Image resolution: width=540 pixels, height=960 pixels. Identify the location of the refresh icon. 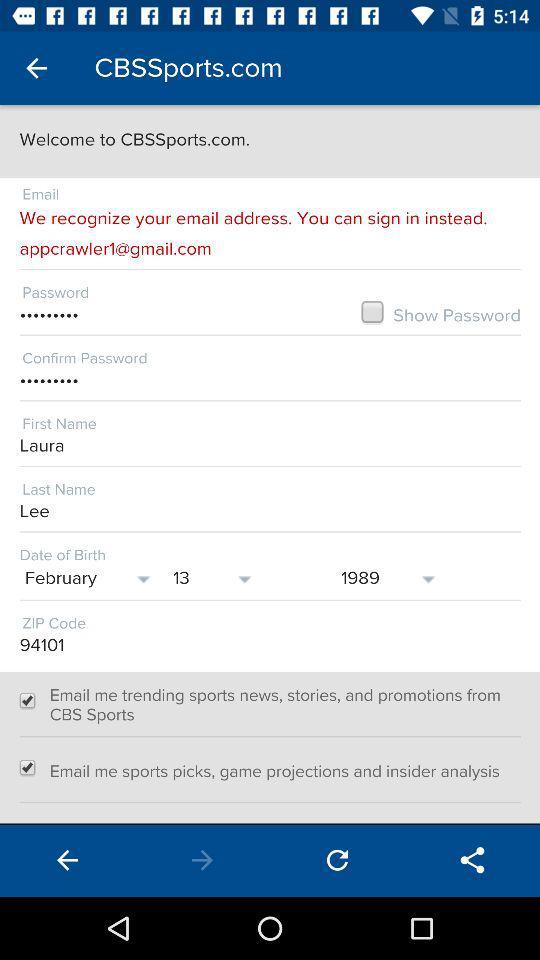
(337, 859).